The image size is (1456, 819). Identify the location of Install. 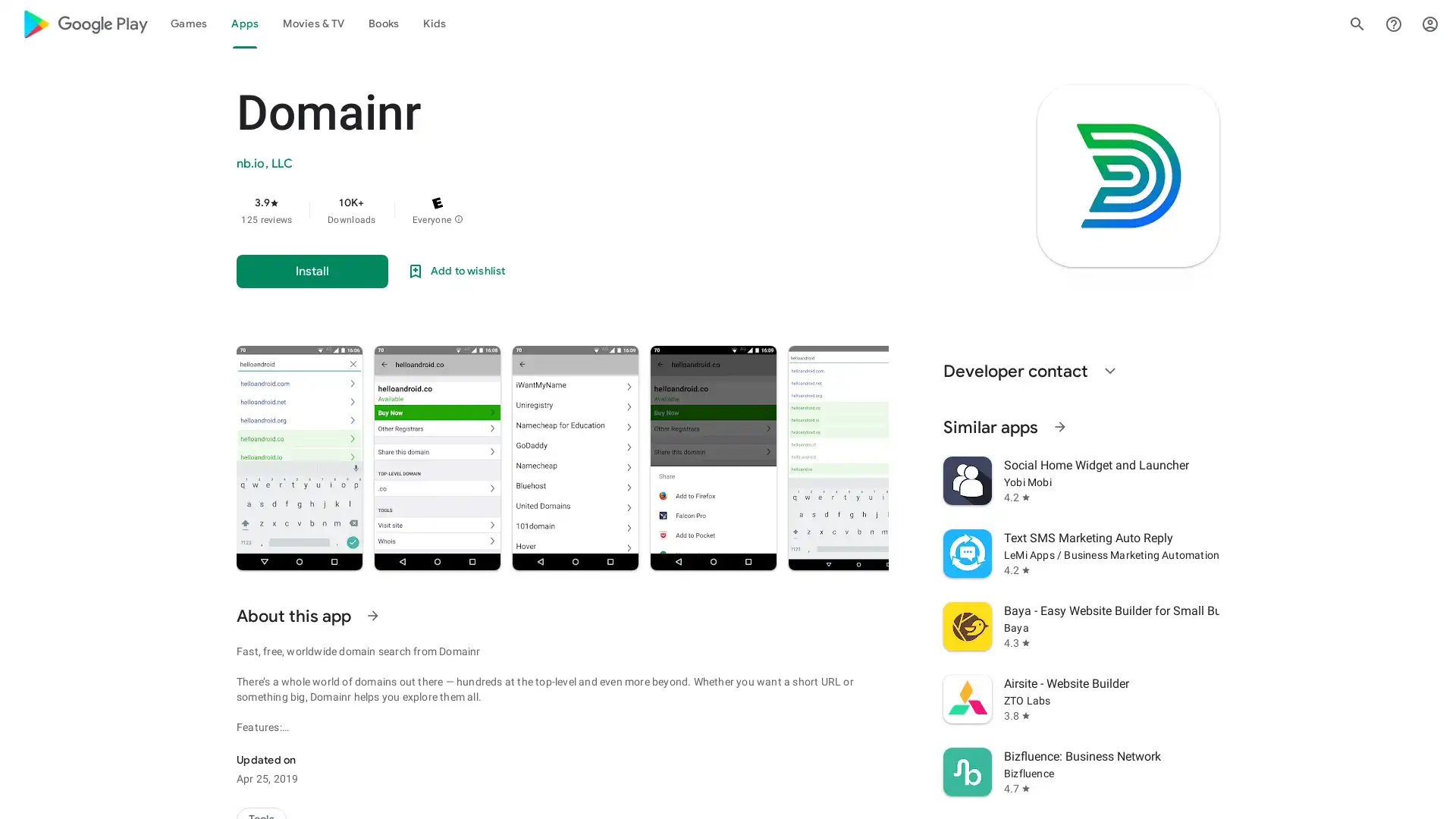
(312, 271).